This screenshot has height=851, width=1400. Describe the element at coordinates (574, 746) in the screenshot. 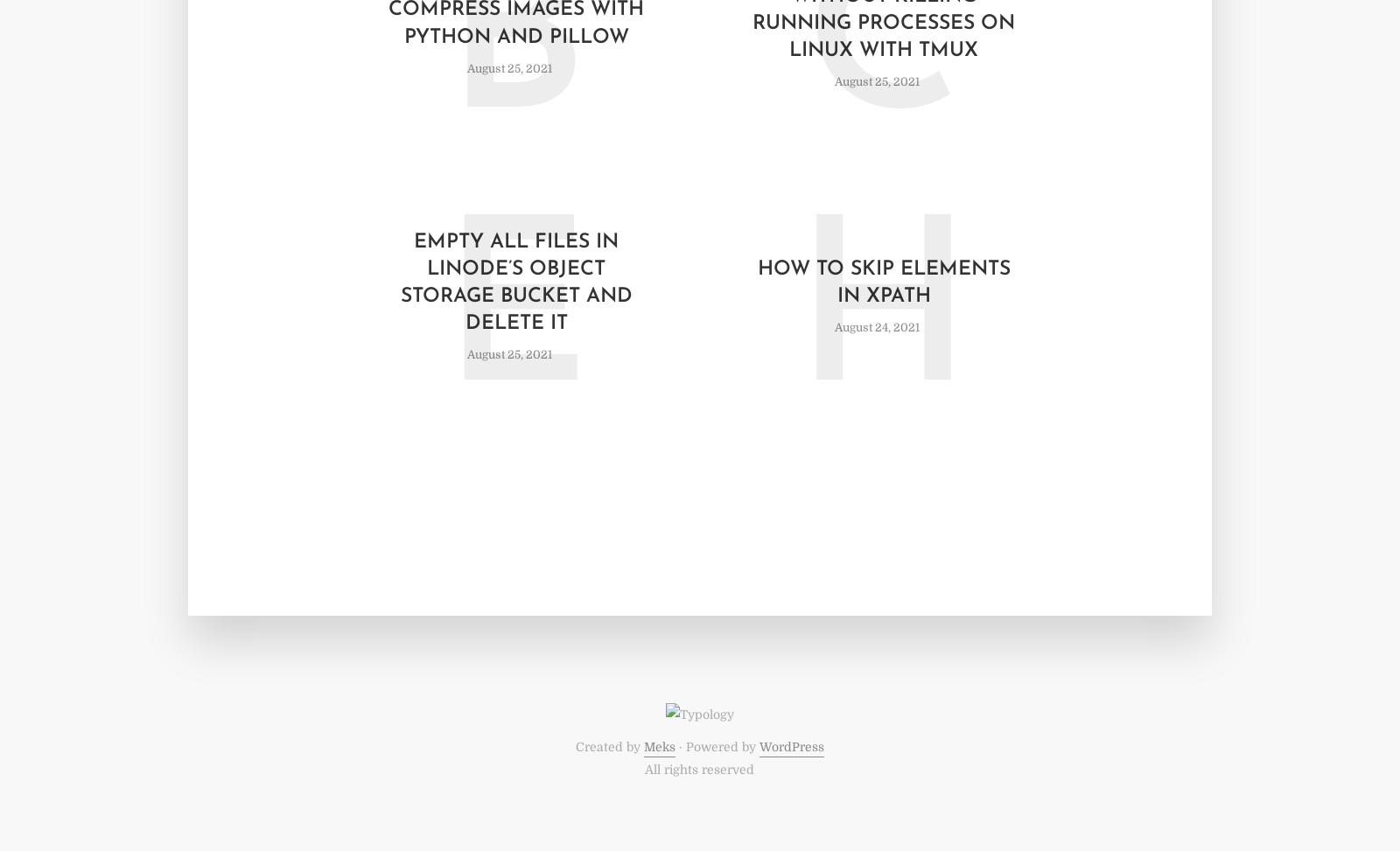

I see `'Created by'` at that location.